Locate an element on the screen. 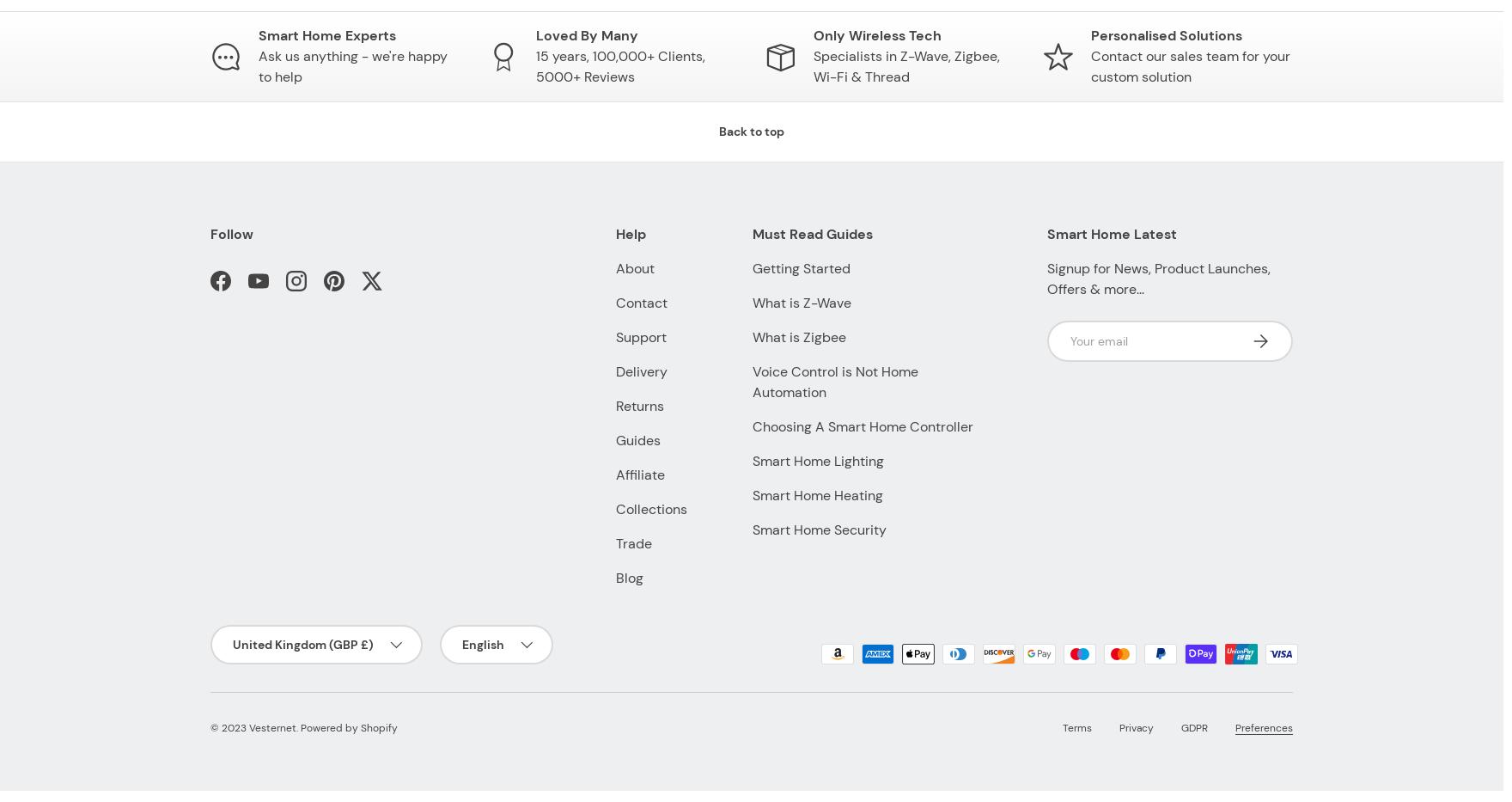  'Smart Home Heating' is located at coordinates (817, 495).